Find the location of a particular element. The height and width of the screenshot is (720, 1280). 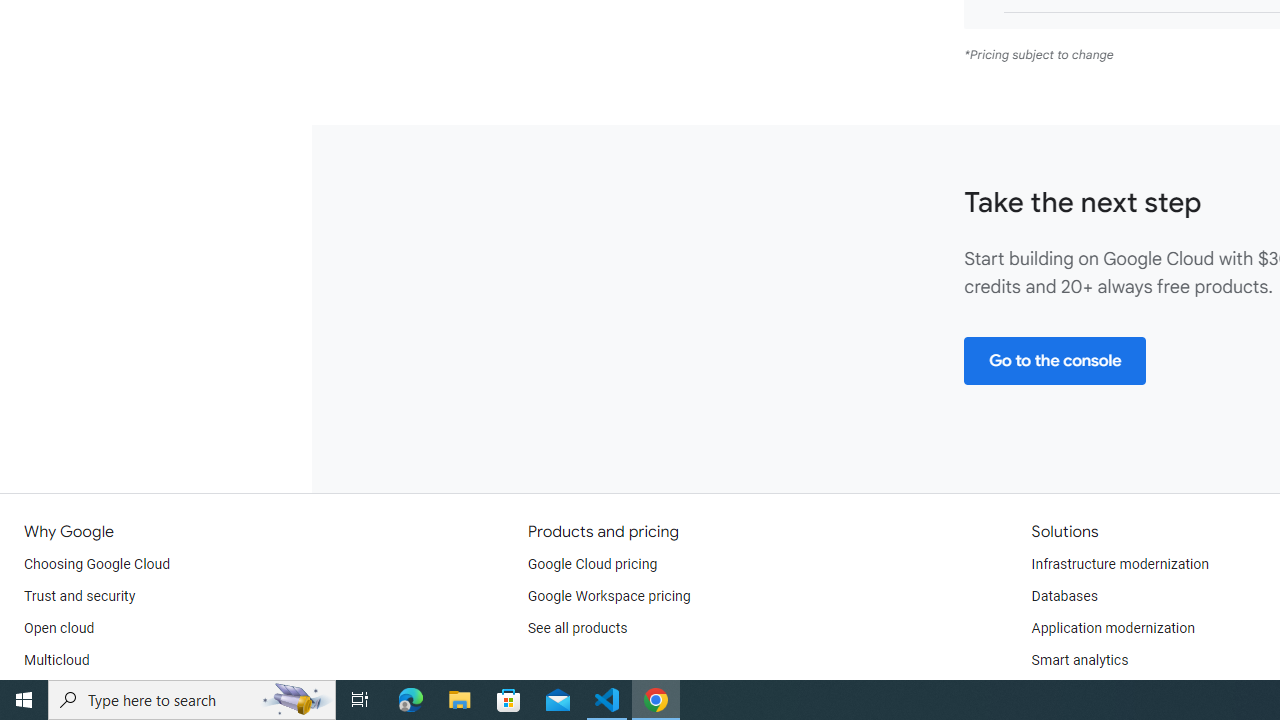

'Google Workspace pricing' is located at coordinates (608, 595).